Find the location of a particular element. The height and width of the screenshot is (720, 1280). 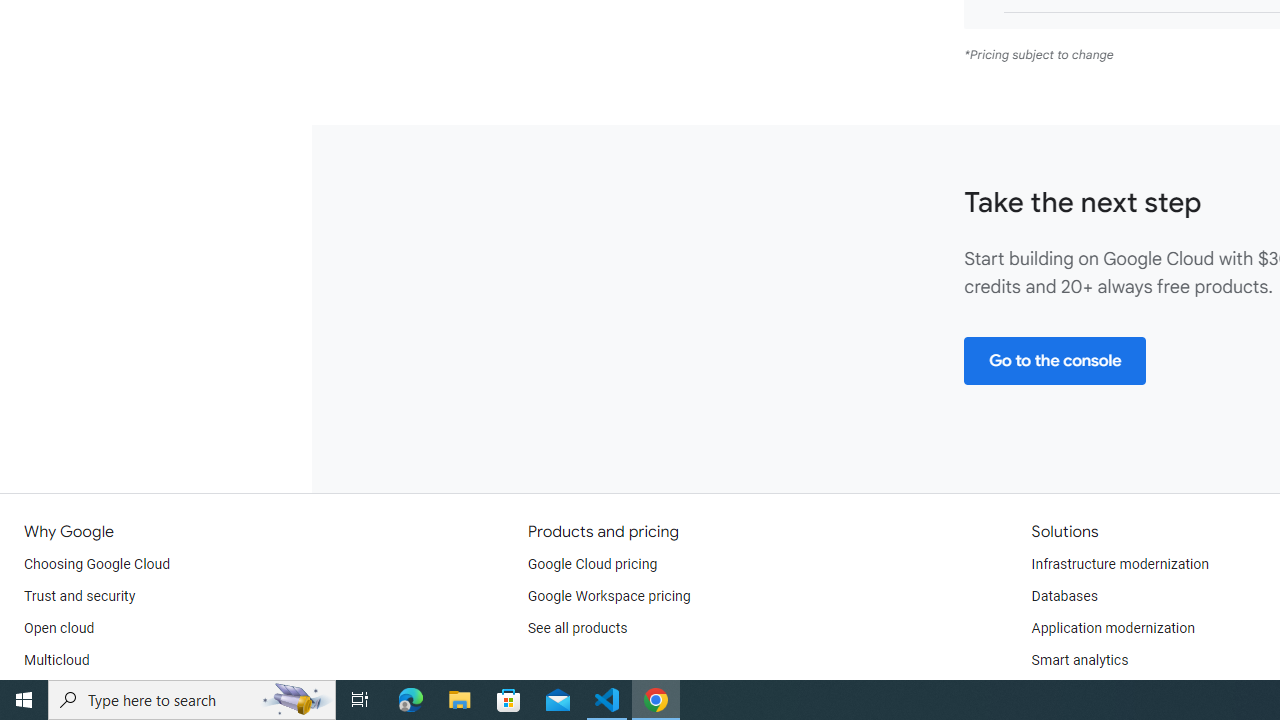

'Google Workspace pricing' is located at coordinates (608, 595).